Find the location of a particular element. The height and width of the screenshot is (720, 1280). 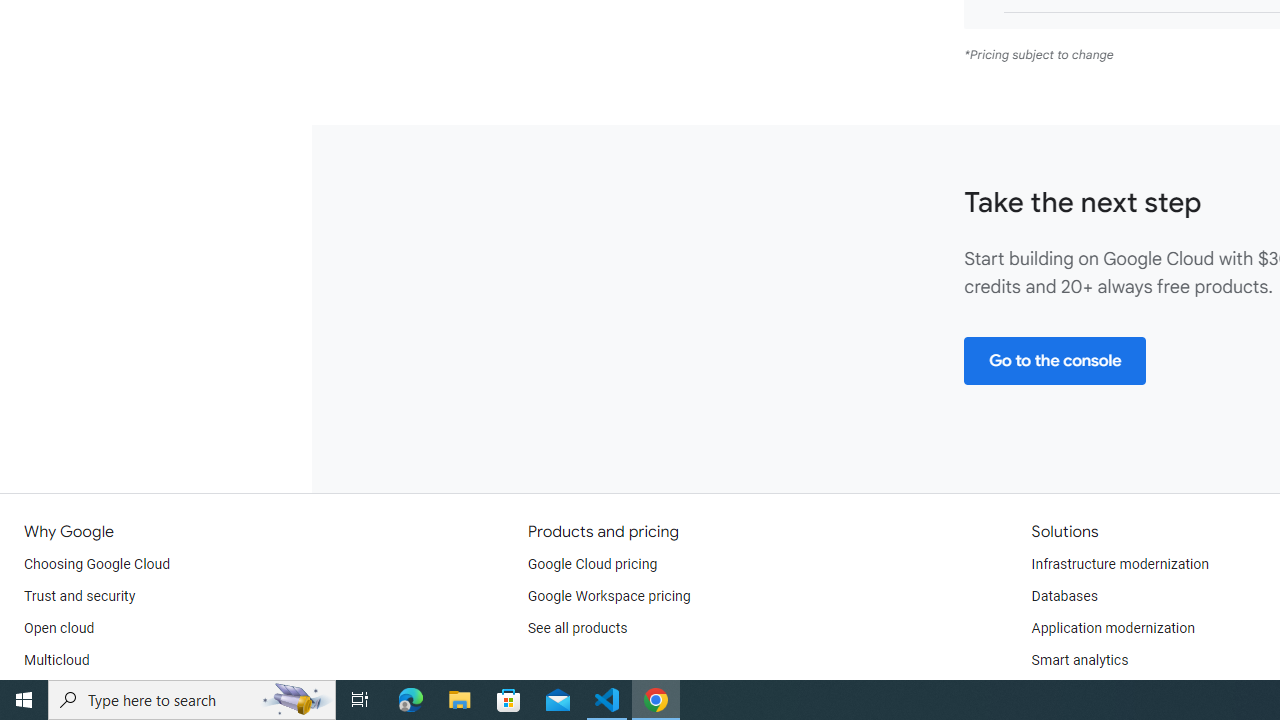

'Google Workspace pricing' is located at coordinates (608, 595).